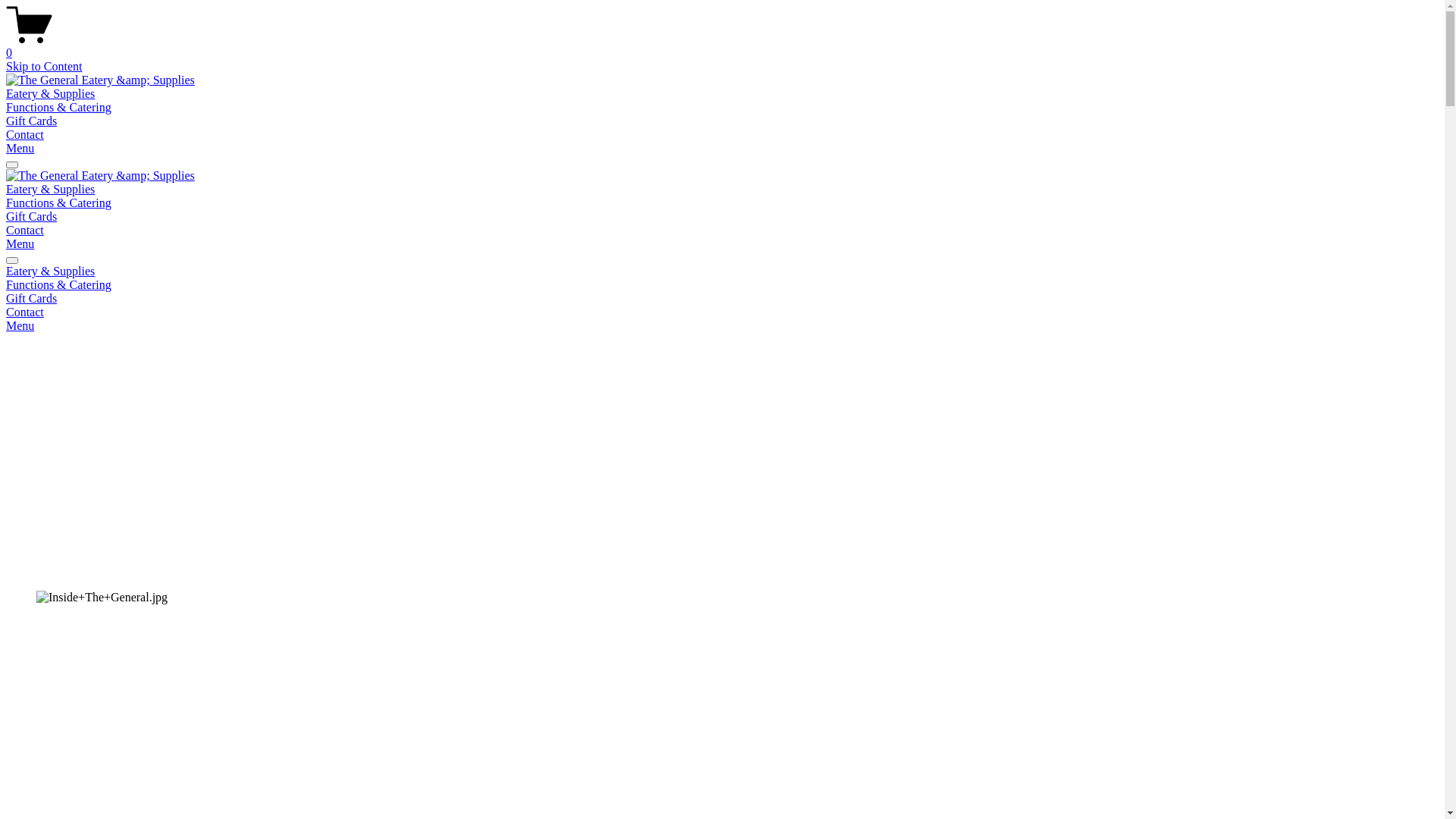 This screenshot has height=819, width=1456. I want to click on 'Menu', so click(20, 325).